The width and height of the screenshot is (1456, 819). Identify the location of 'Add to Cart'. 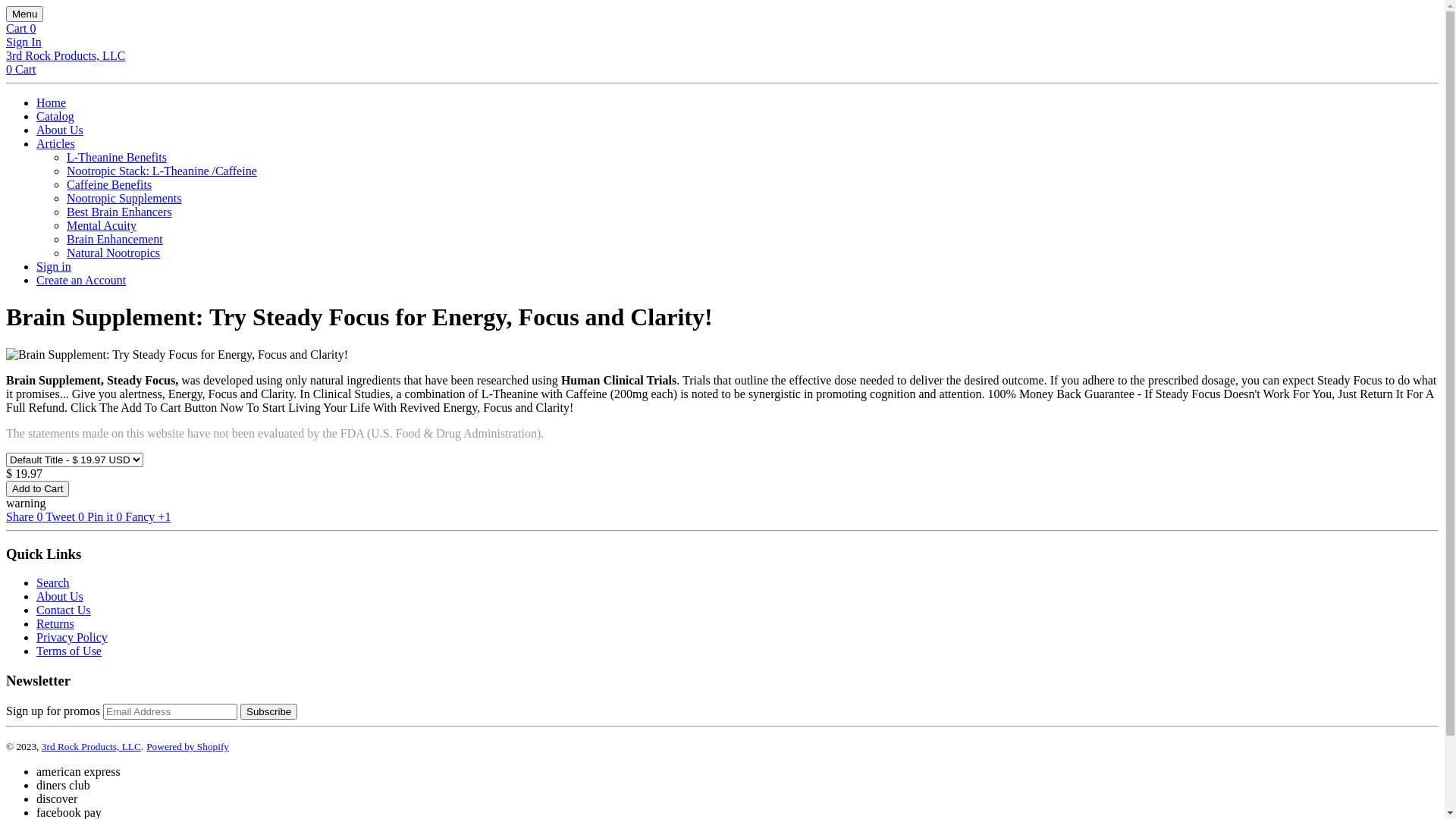
(37, 488).